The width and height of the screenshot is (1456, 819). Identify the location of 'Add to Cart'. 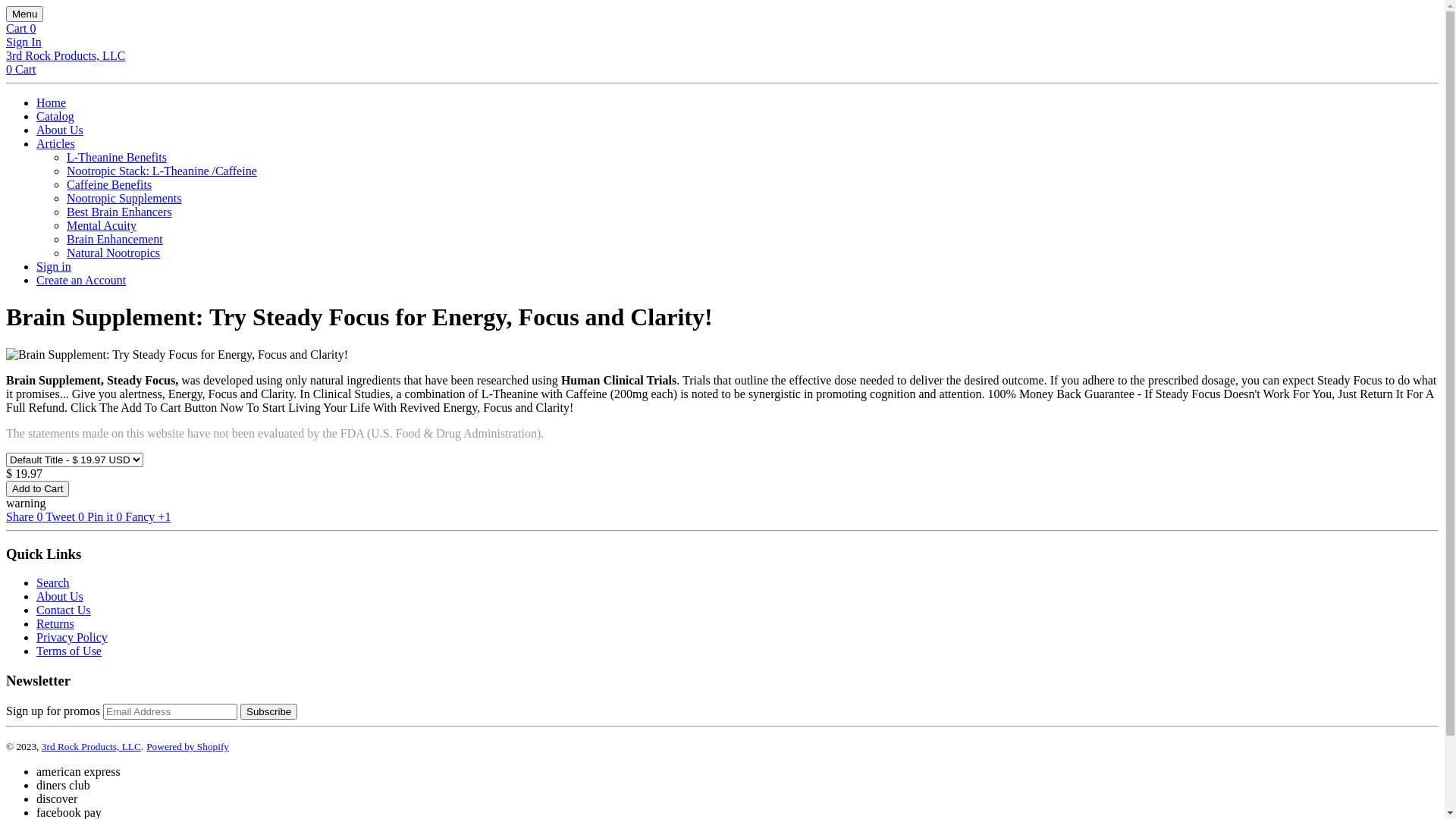
(37, 488).